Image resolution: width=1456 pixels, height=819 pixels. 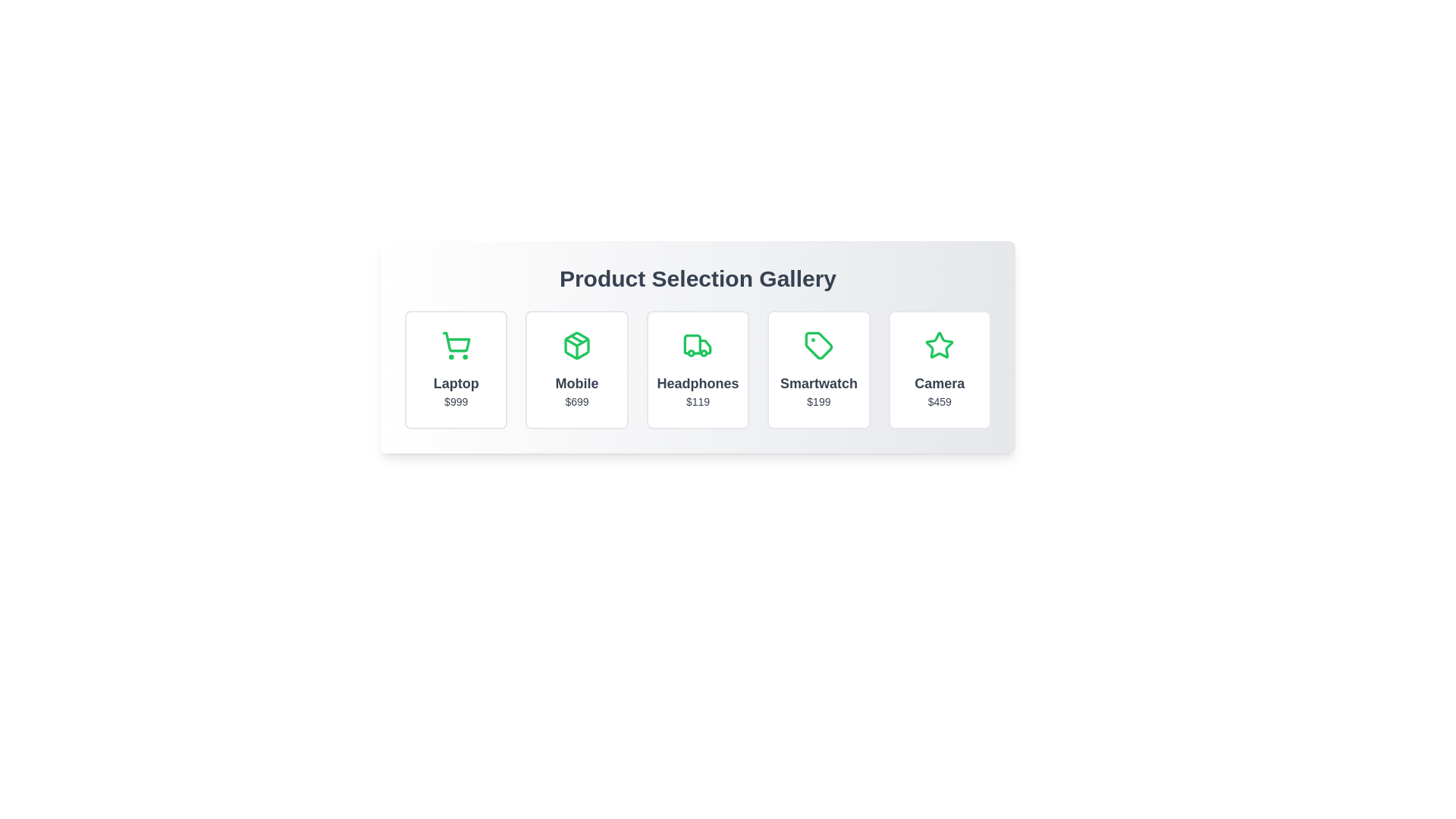 I want to click on the smartwatch product card, which is the fourth card in a horizontal row located between the 'Headphones' and 'Camera' cards, so click(x=817, y=370).